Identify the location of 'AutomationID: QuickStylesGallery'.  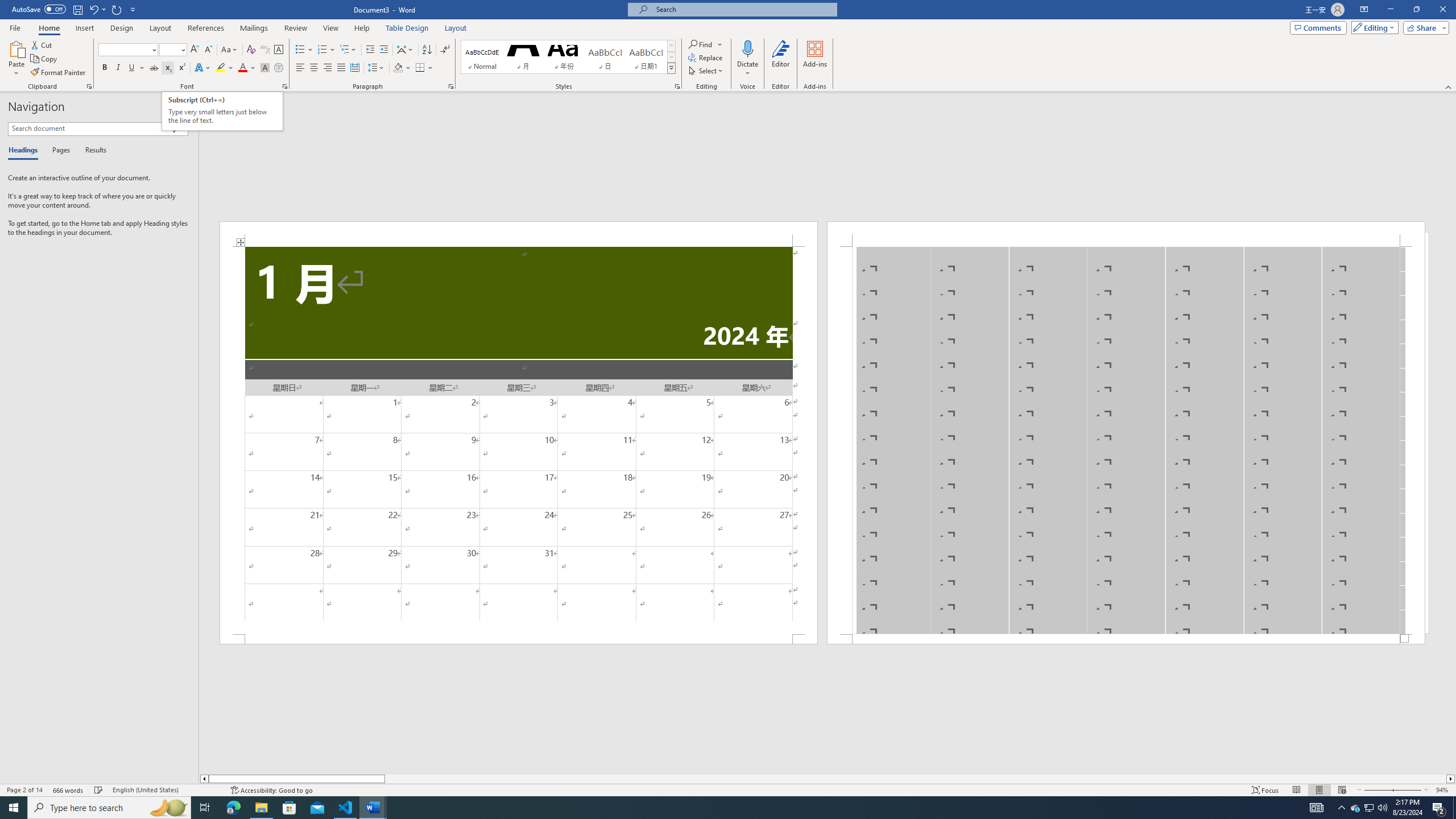
(568, 56).